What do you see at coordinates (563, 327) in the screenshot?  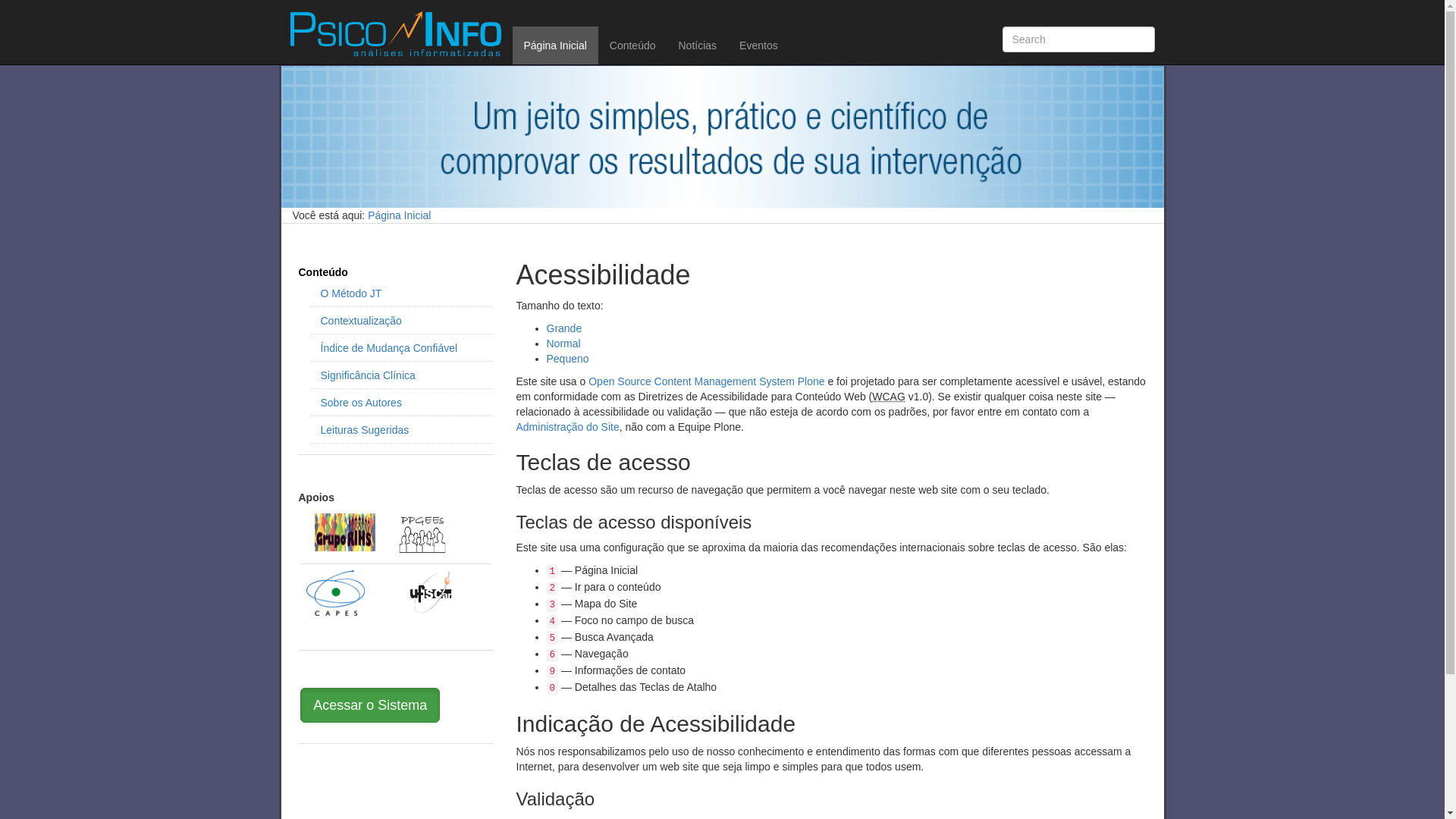 I see `'Grande'` at bounding box center [563, 327].